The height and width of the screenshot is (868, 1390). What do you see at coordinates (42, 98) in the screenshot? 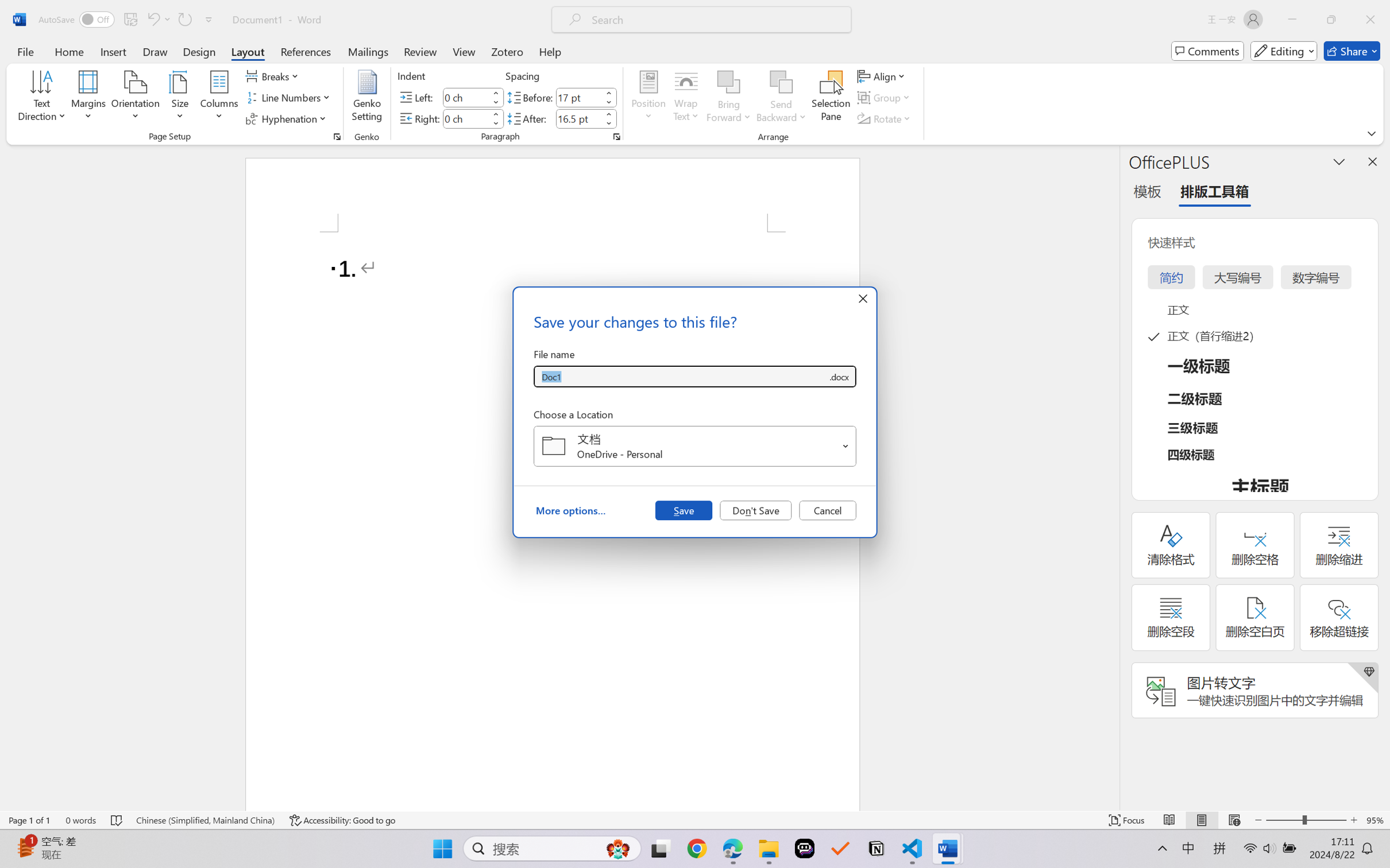
I see `'Text Direction'` at bounding box center [42, 98].